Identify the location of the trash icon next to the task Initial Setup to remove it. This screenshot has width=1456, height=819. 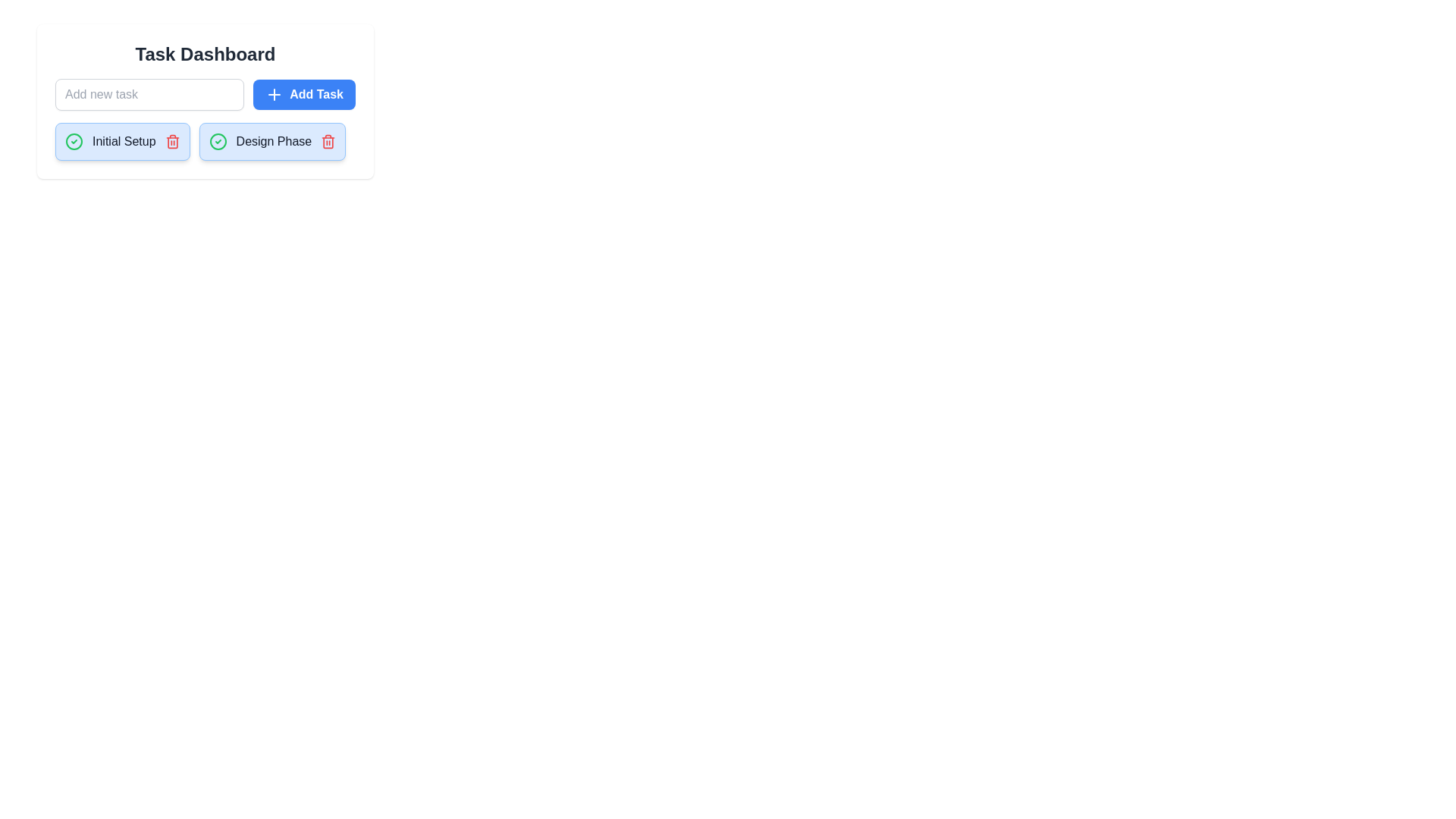
(172, 141).